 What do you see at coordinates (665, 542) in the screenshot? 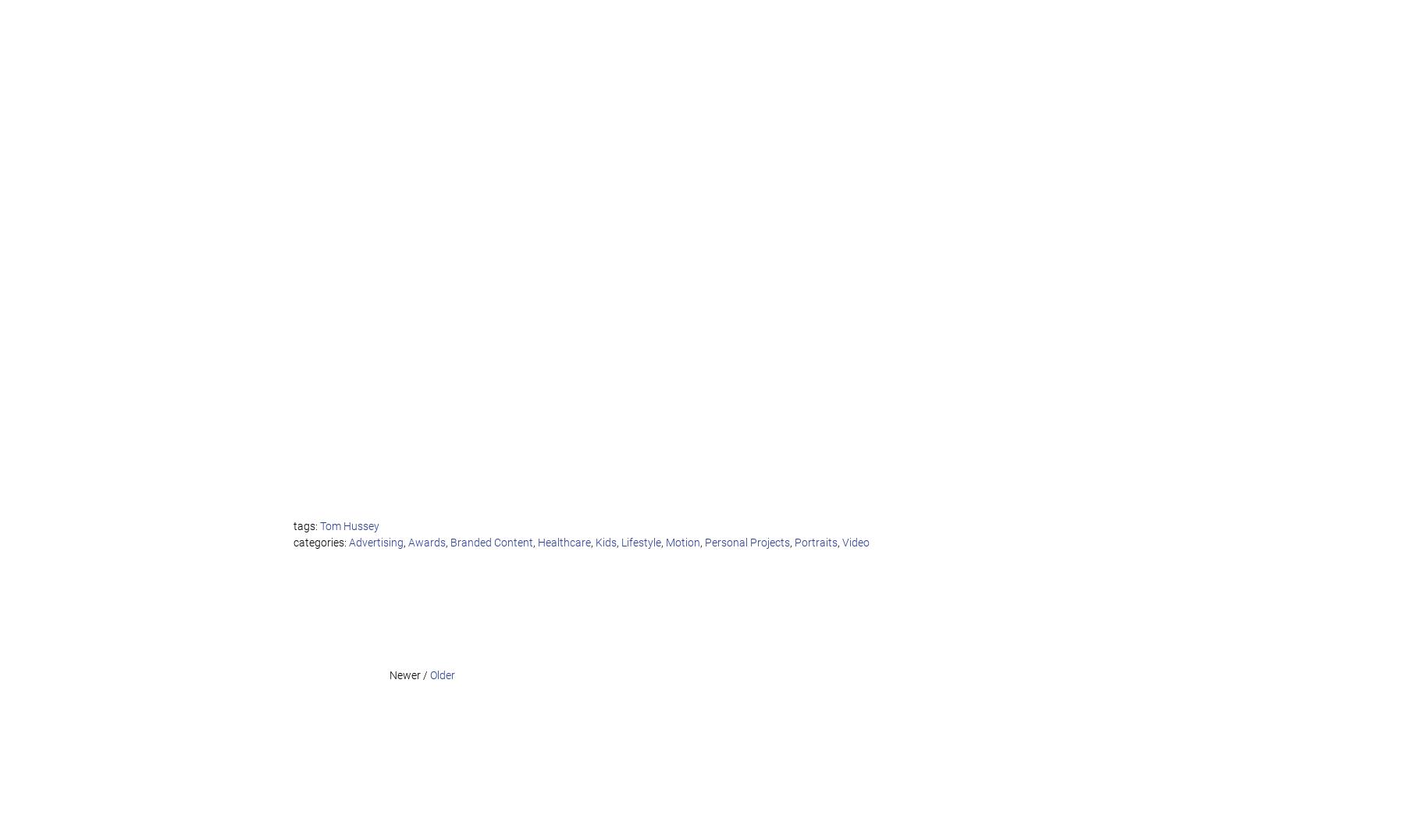
I see `'Motion'` at bounding box center [665, 542].